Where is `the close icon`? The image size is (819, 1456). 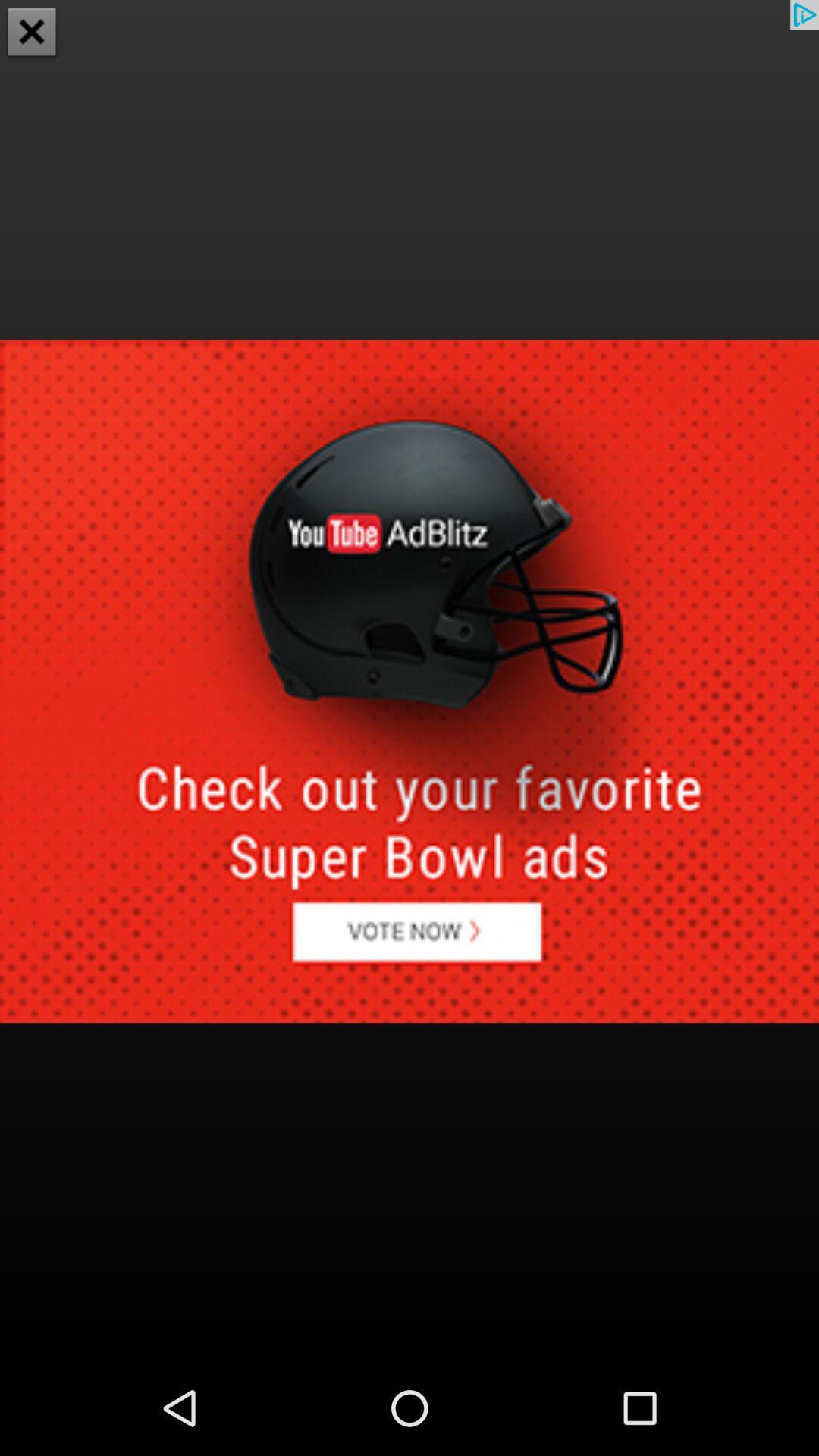 the close icon is located at coordinates (32, 33).